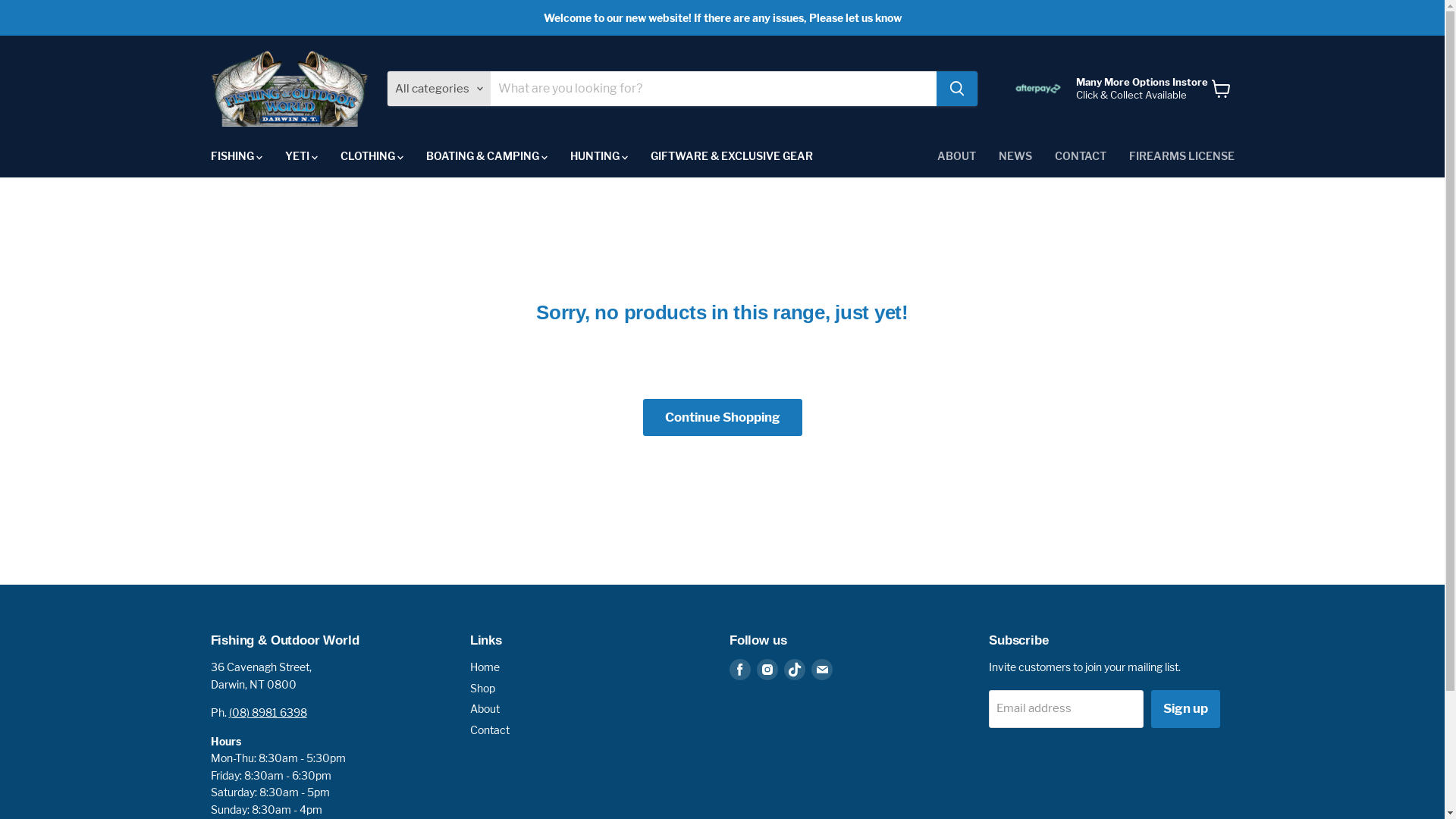 The width and height of the screenshot is (1456, 819). Describe the element at coordinates (643, 417) in the screenshot. I see `'Continue Shopping'` at that location.